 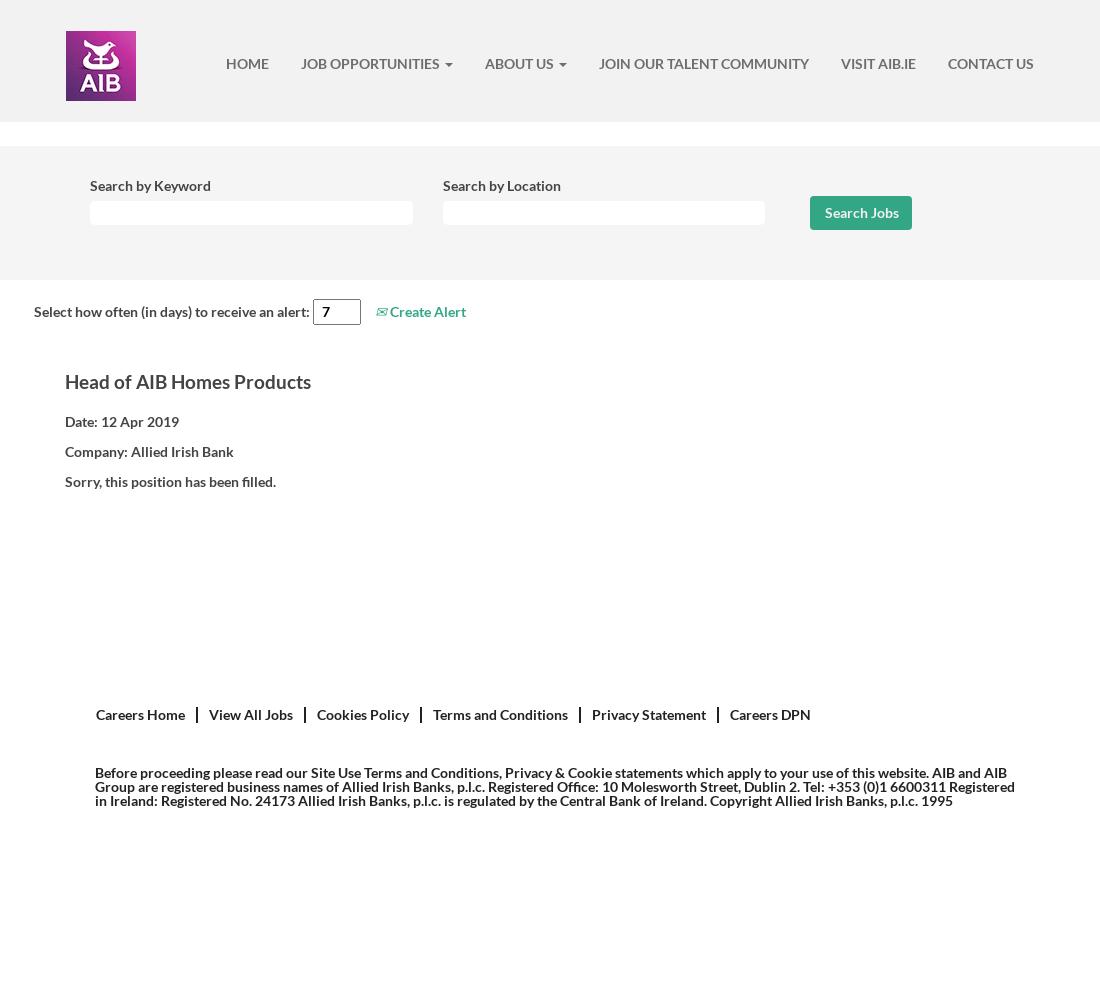 I want to click on 'Careers Home', so click(x=139, y=713).